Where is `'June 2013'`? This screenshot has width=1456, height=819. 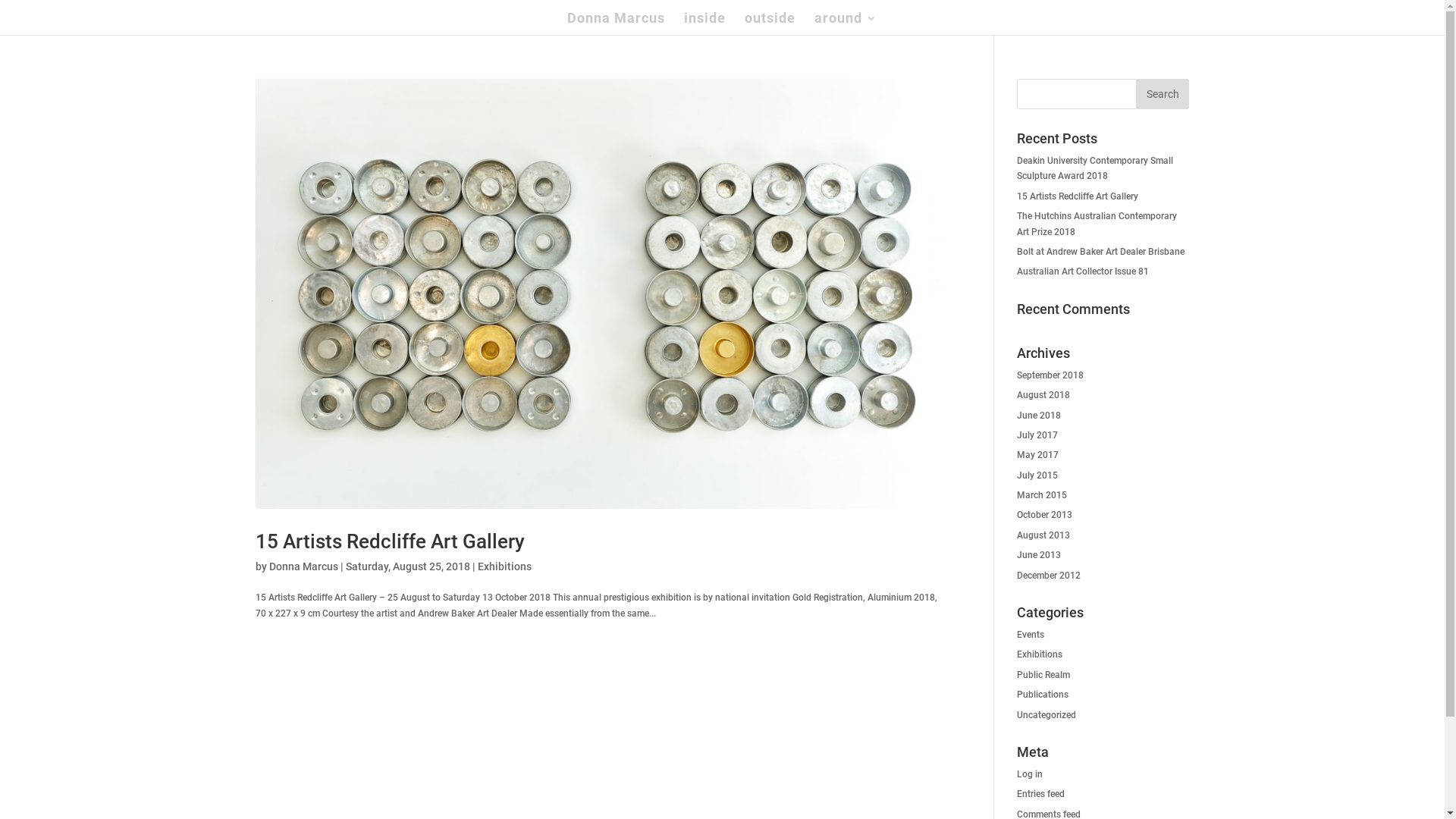
'June 2013' is located at coordinates (1037, 555).